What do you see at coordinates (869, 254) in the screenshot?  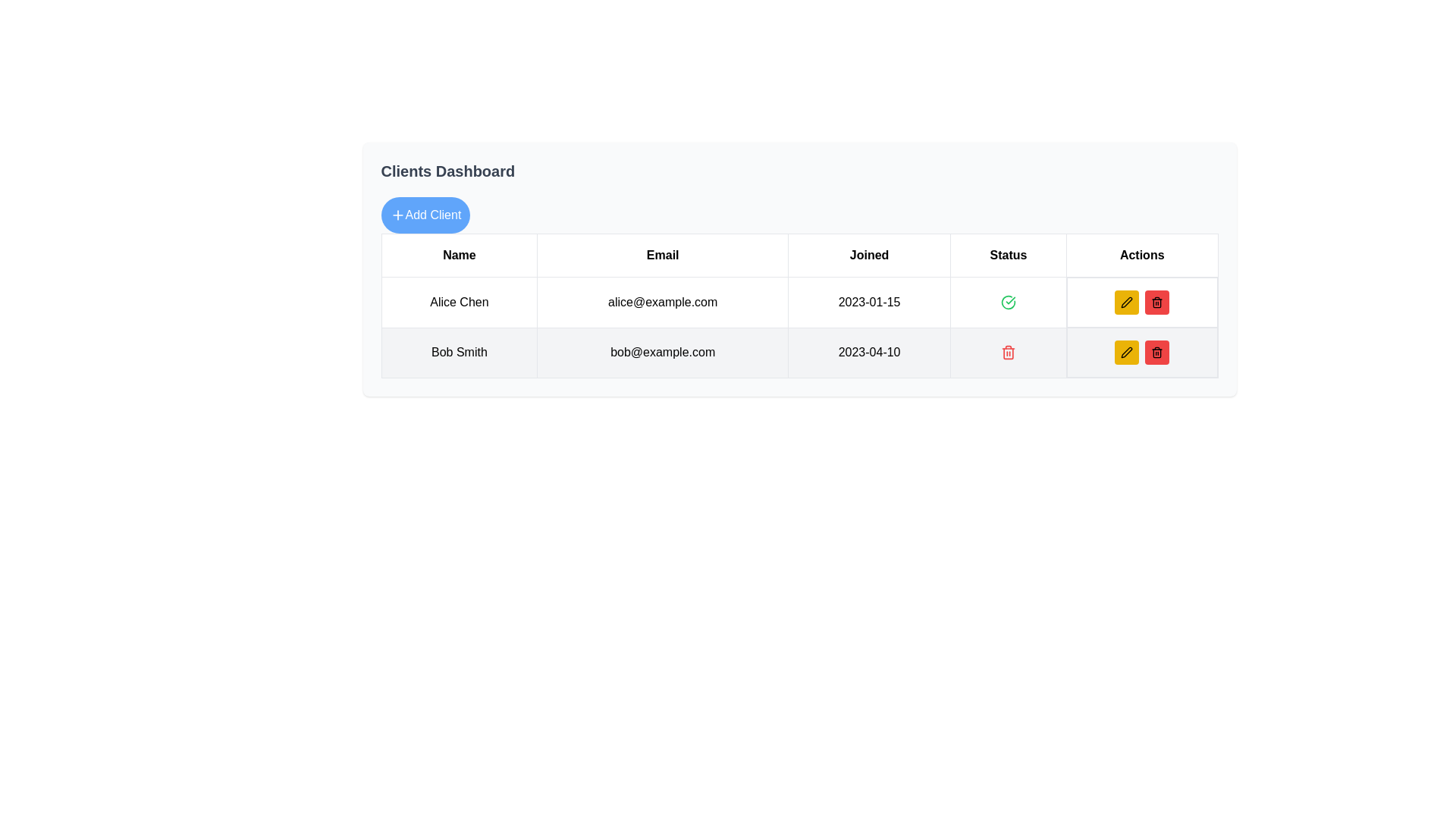 I see `the third column header of the table, which indicates join dates, located between 'Email' and 'Status'` at bounding box center [869, 254].